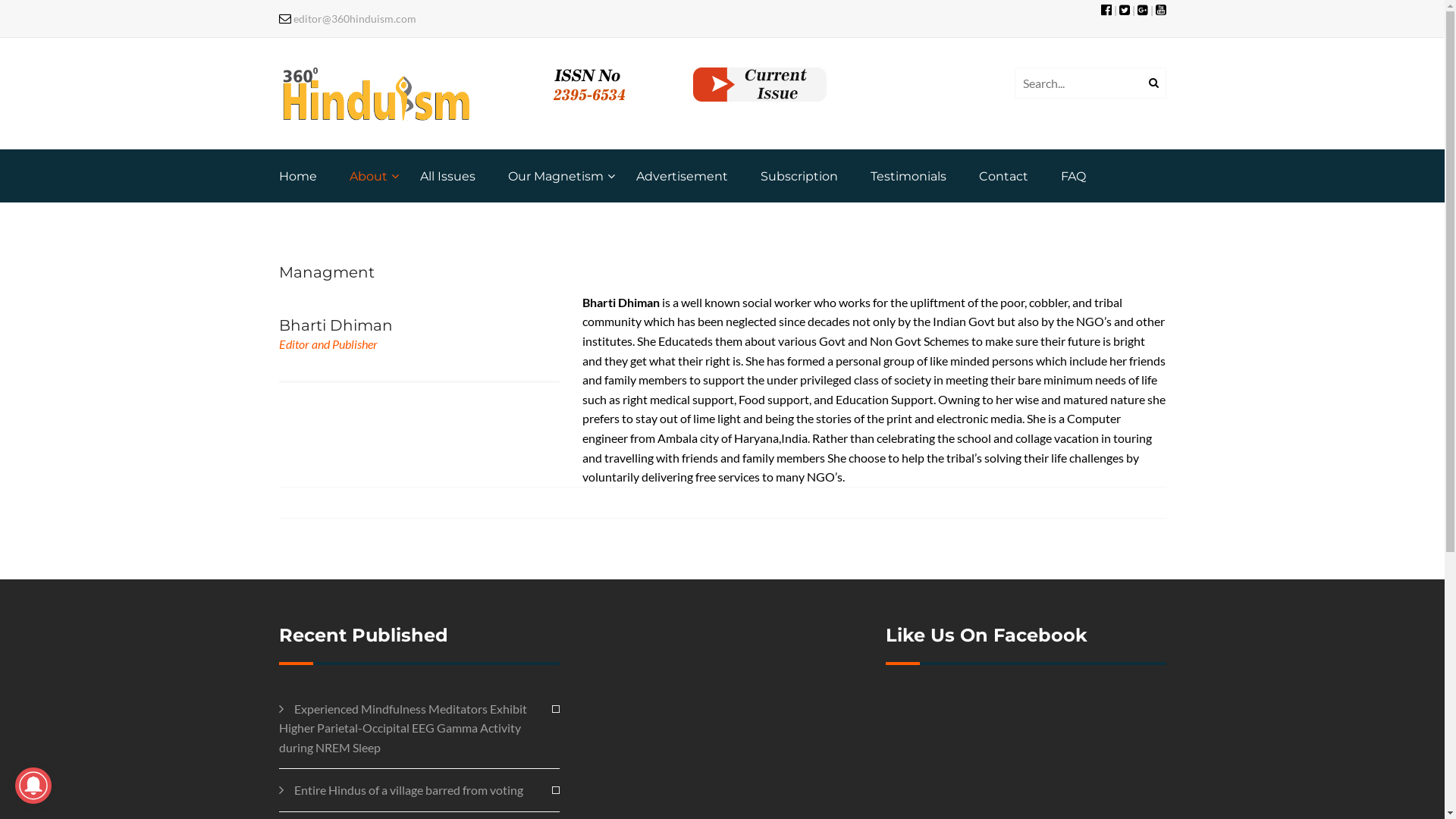 The image size is (1456, 819). Describe the element at coordinates (680, 175) in the screenshot. I see `'Advertisement'` at that location.